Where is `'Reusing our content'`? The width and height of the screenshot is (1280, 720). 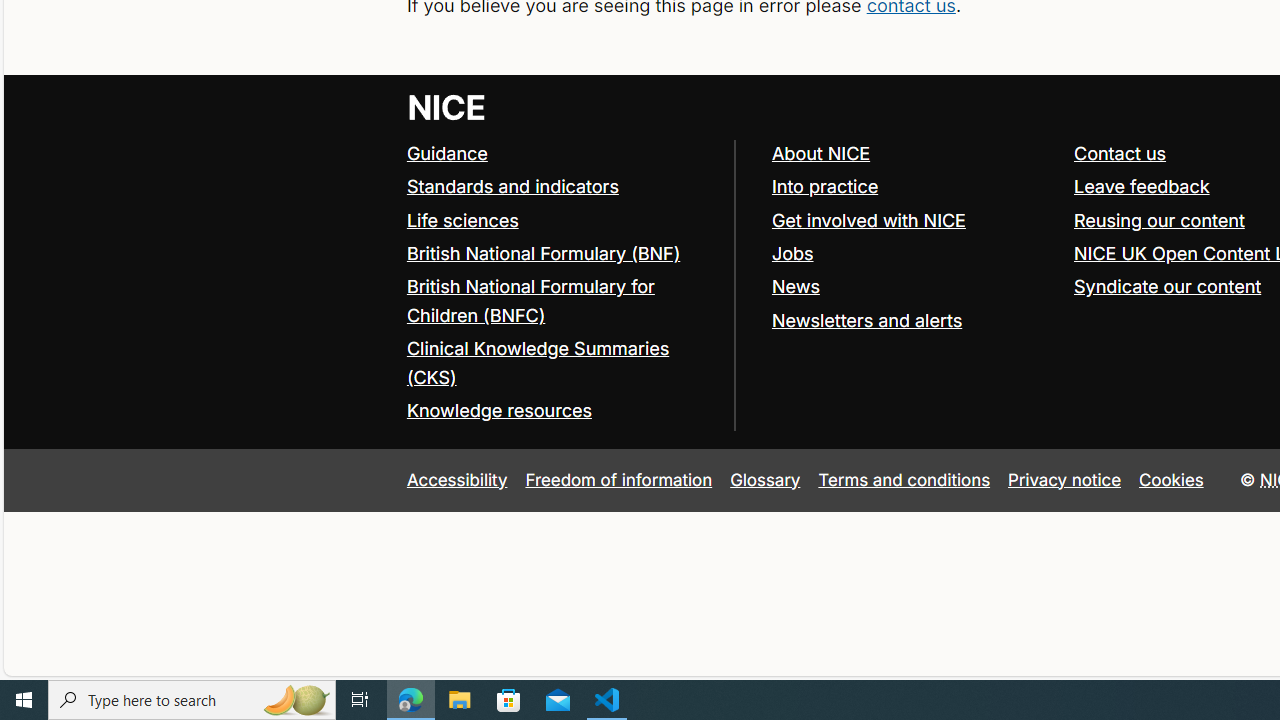 'Reusing our content' is located at coordinates (1159, 219).